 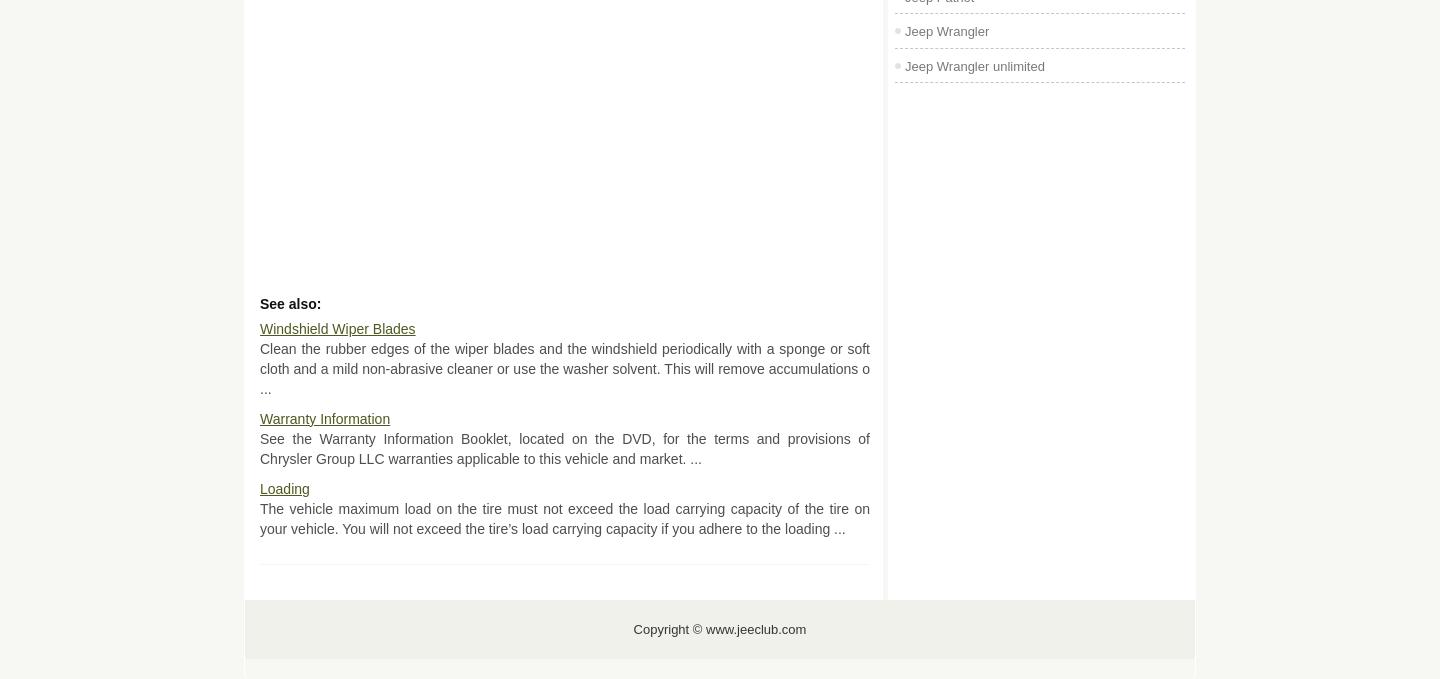 I want to click on 'Warranty Information', so click(x=325, y=416).